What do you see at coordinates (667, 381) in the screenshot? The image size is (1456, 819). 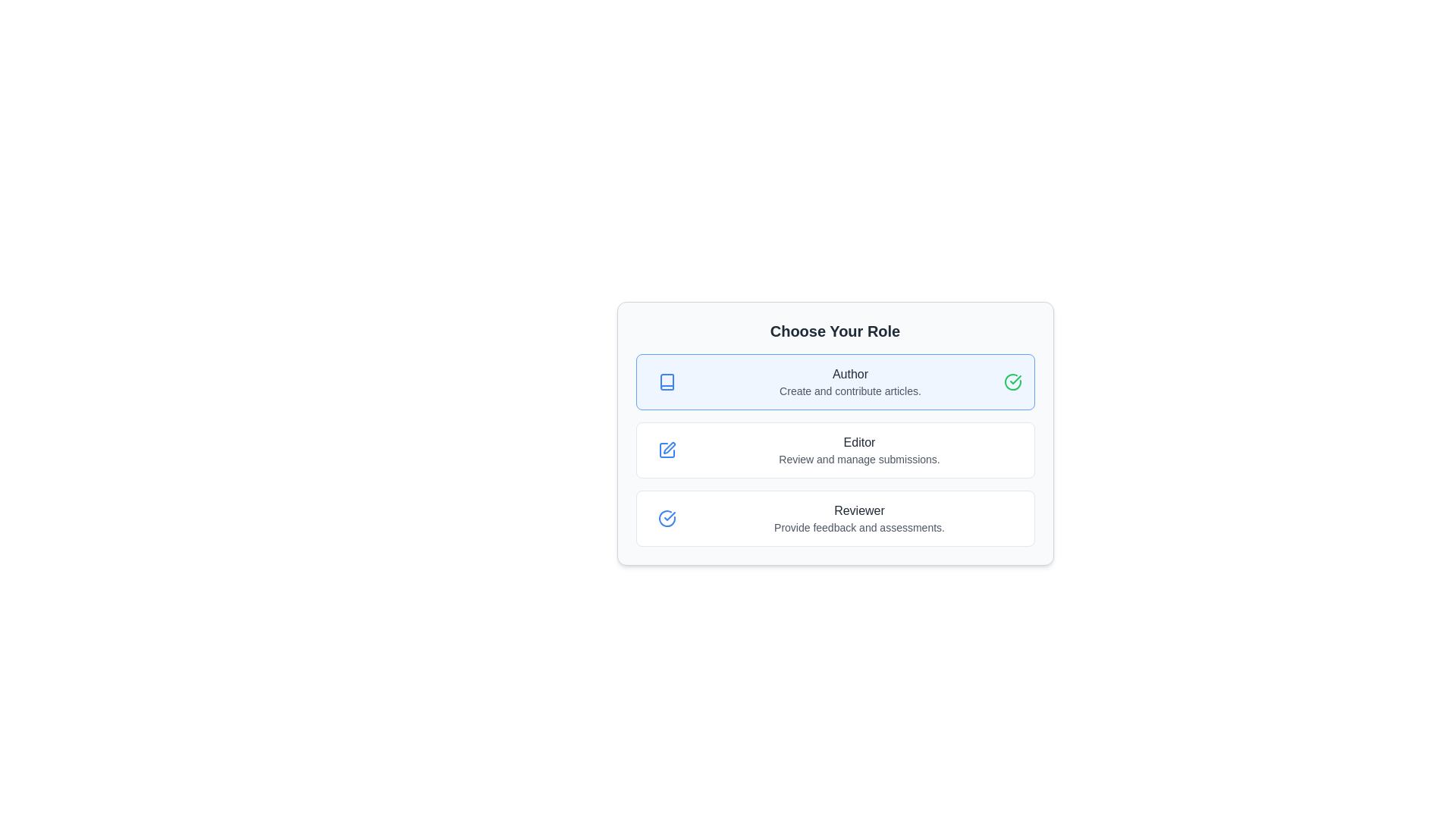 I see `the 'Author' icon in the 'Choose Your Role' selection menu` at bounding box center [667, 381].